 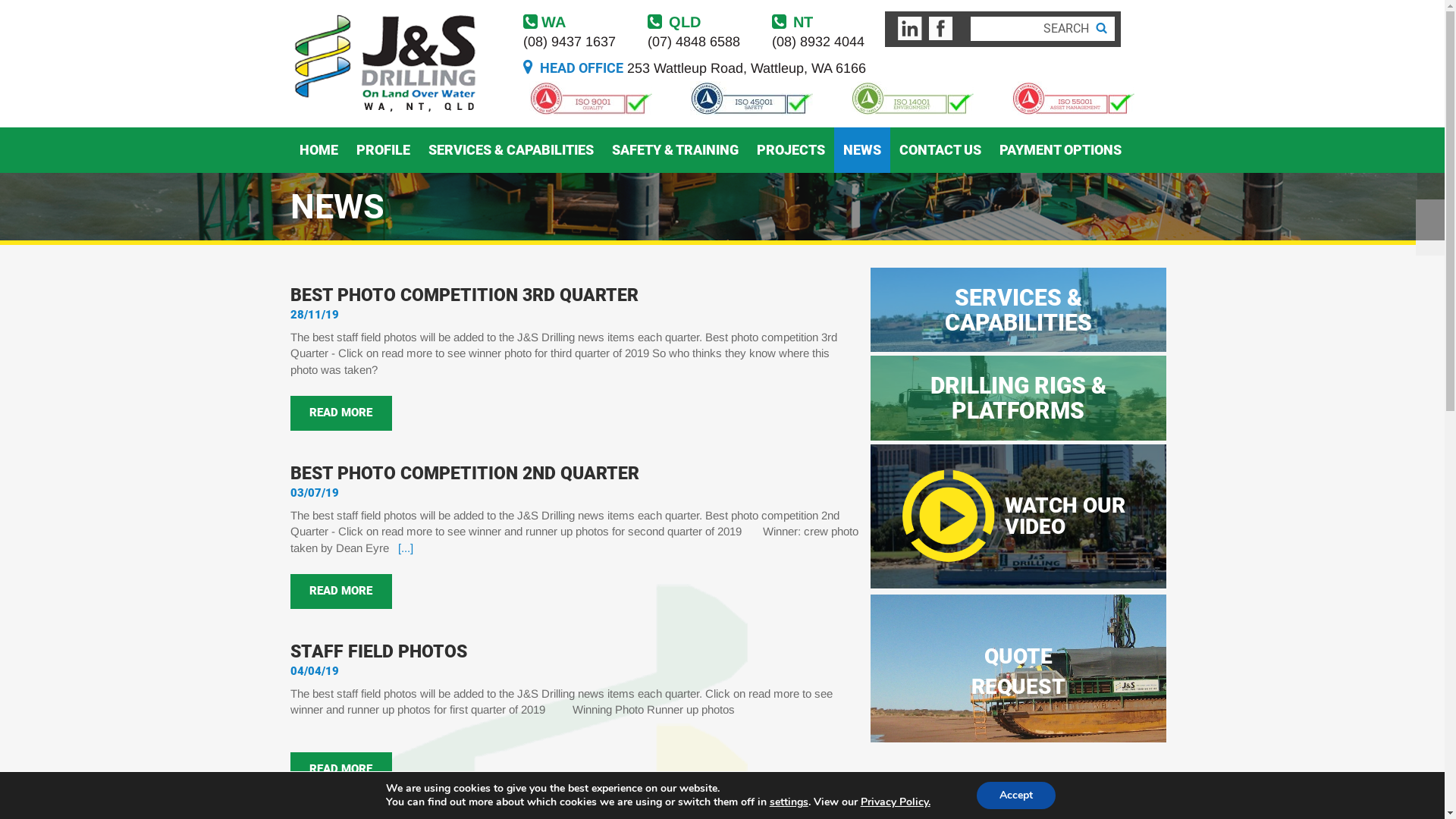 What do you see at coordinates (1018, 397) in the screenshot?
I see `'DRILLING RIGS & PLATFORMS'` at bounding box center [1018, 397].